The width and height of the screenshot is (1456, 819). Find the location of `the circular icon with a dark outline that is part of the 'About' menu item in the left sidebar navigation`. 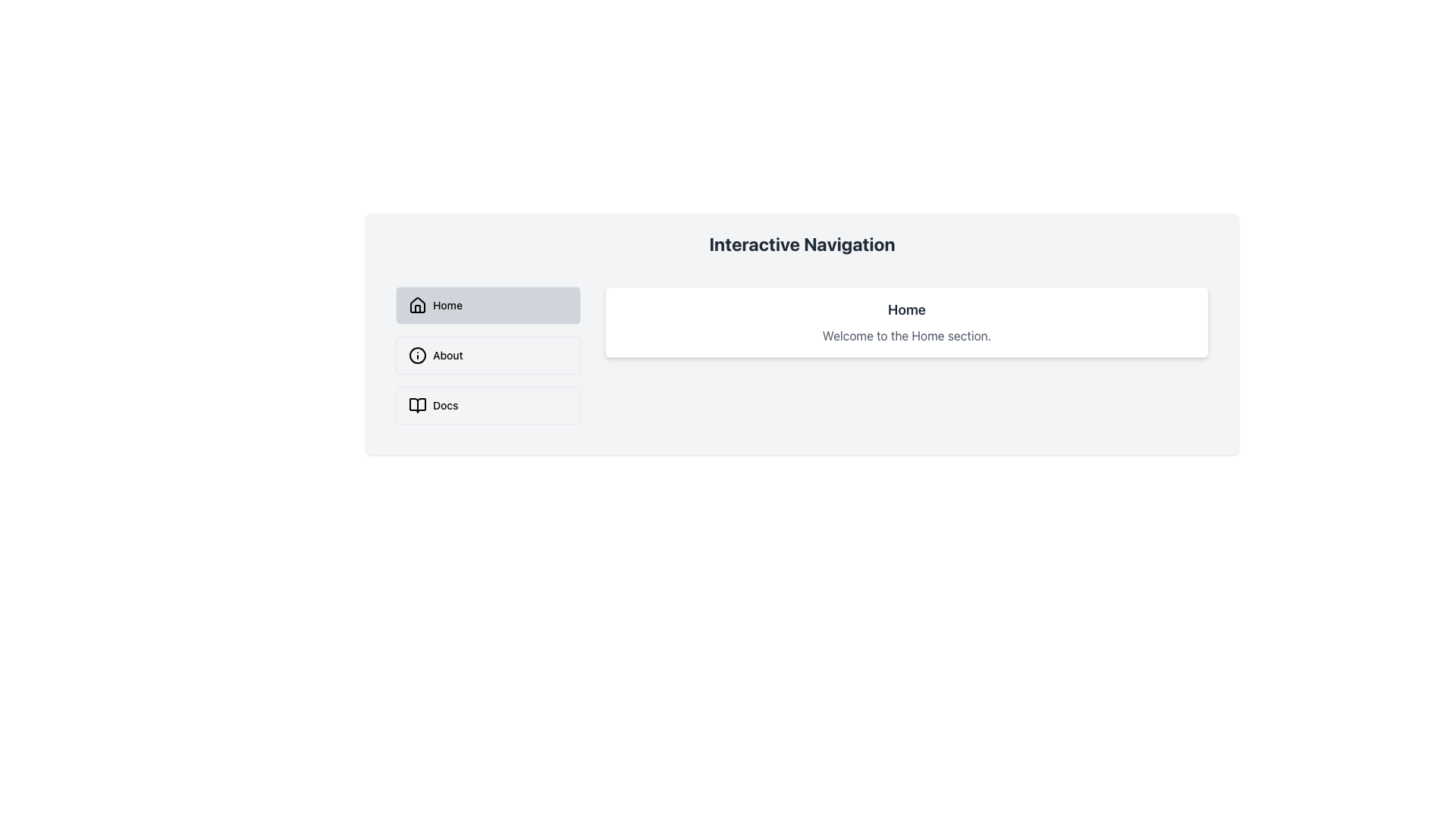

the circular icon with a dark outline that is part of the 'About' menu item in the left sidebar navigation is located at coordinates (418, 356).